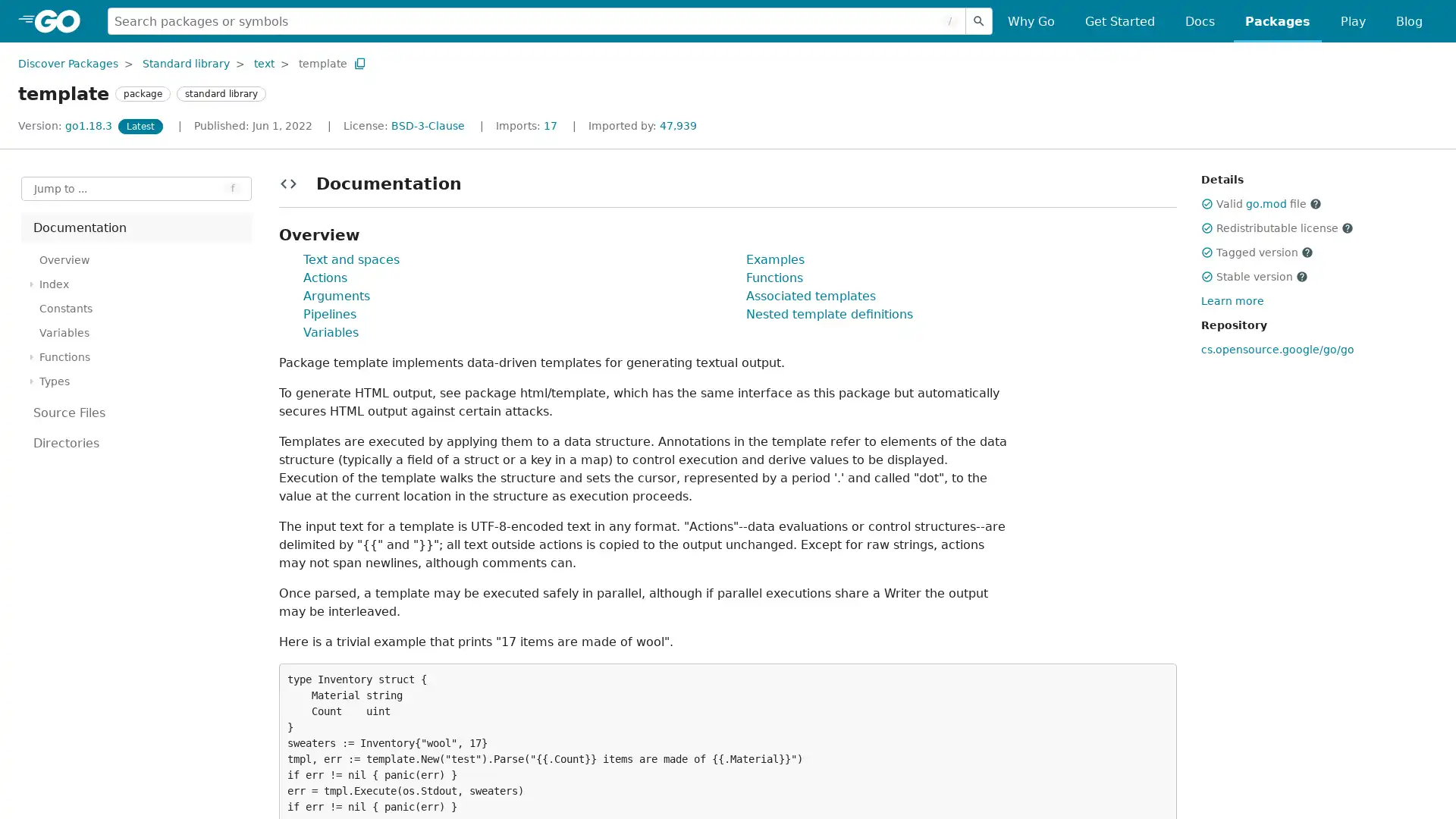 Image resolution: width=1456 pixels, height=819 pixels. I want to click on Copy Path to Clipboard, so click(359, 62).